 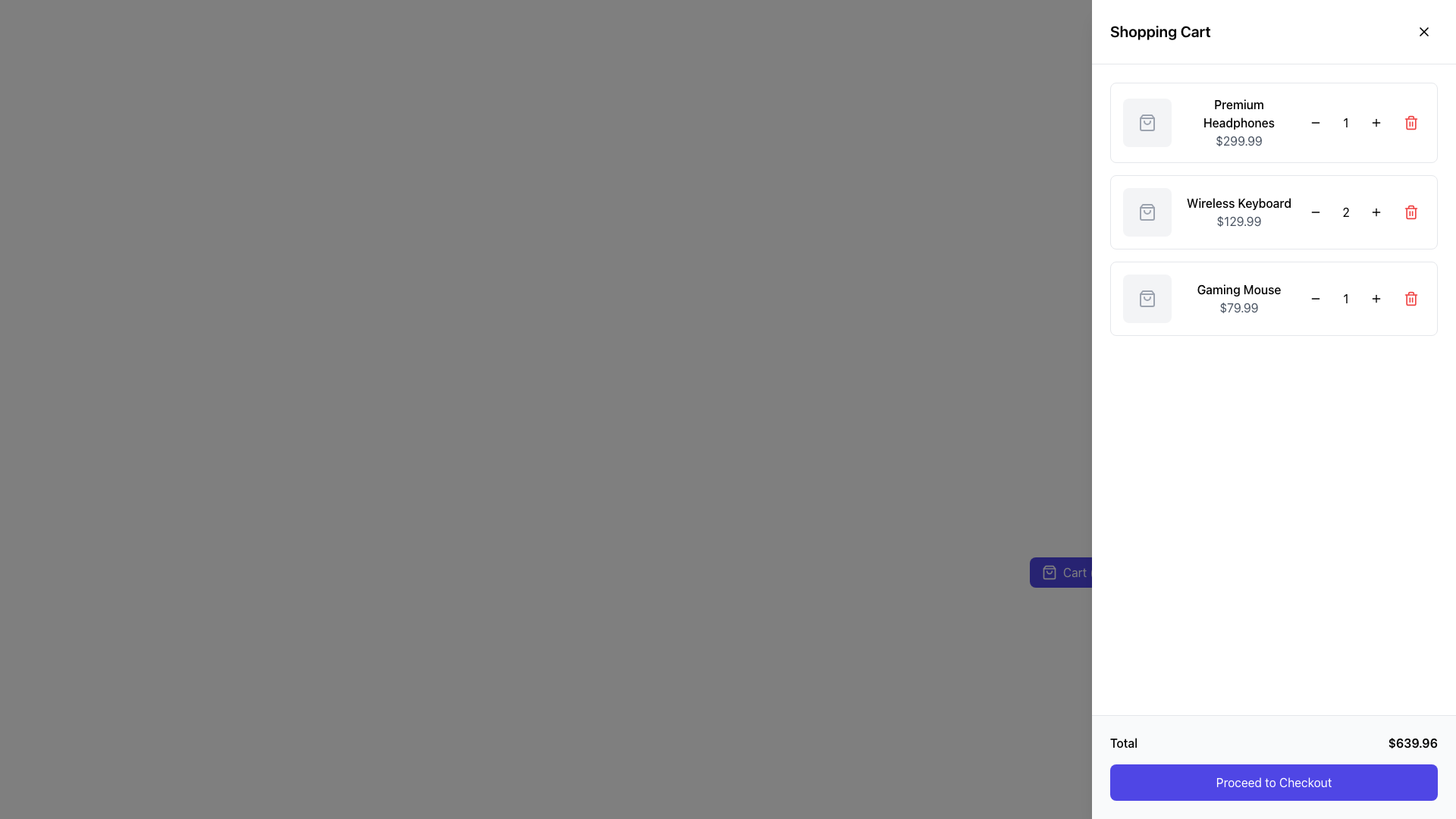 What do you see at coordinates (1147, 212) in the screenshot?
I see `the square-shaped icon displaying a product image, which features a stylized shopping bag symbol in a light gray background, located to the left of the text 'Wireless Keyboard' and '$129.99' in the shopping cart's vertical list` at bounding box center [1147, 212].